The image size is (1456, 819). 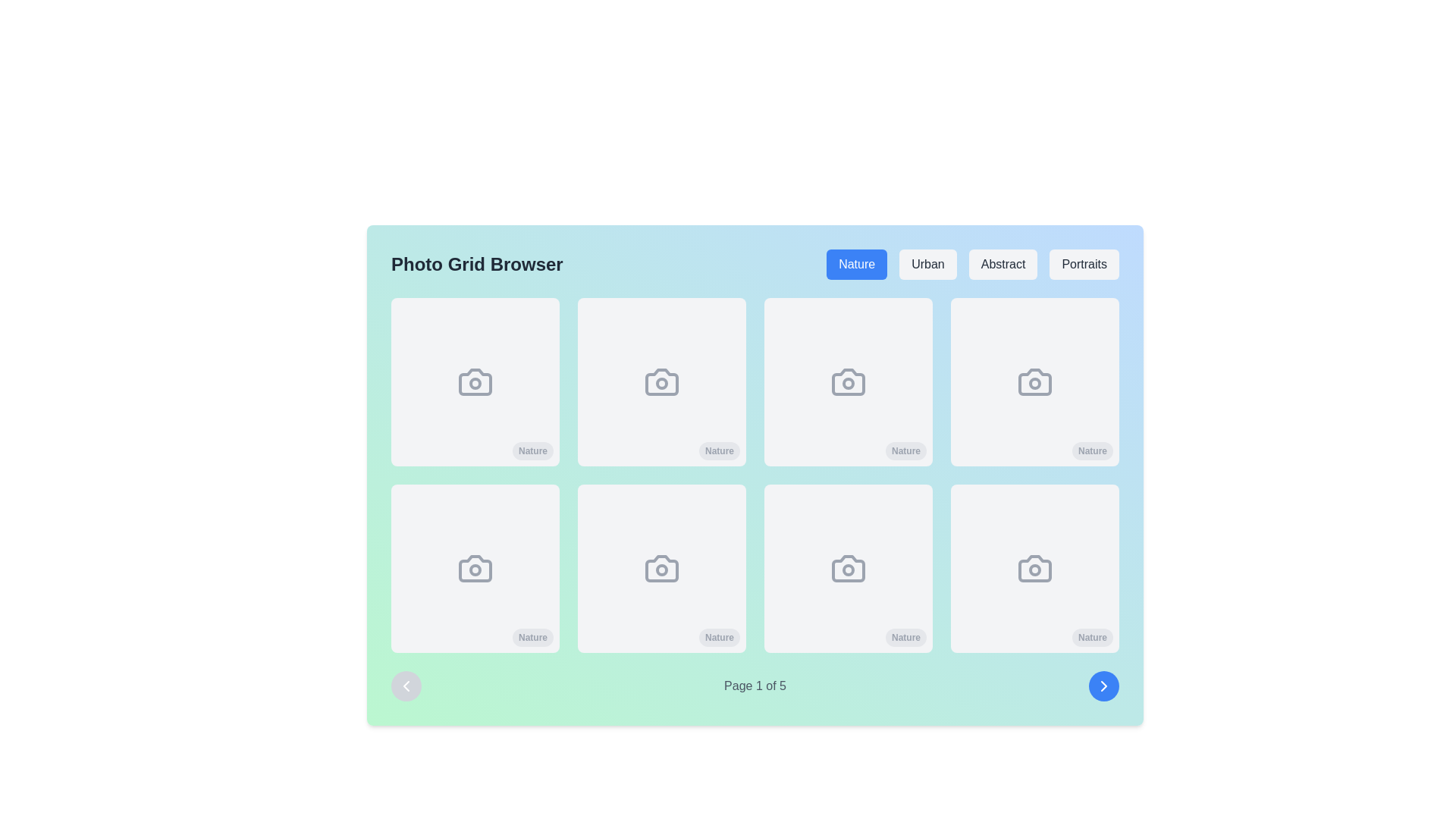 What do you see at coordinates (475, 568) in the screenshot?
I see `the fifth grid item card, which has a light gray background, rounded corners, and contains a camera icon with 'Nature' text at the bottom right` at bounding box center [475, 568].